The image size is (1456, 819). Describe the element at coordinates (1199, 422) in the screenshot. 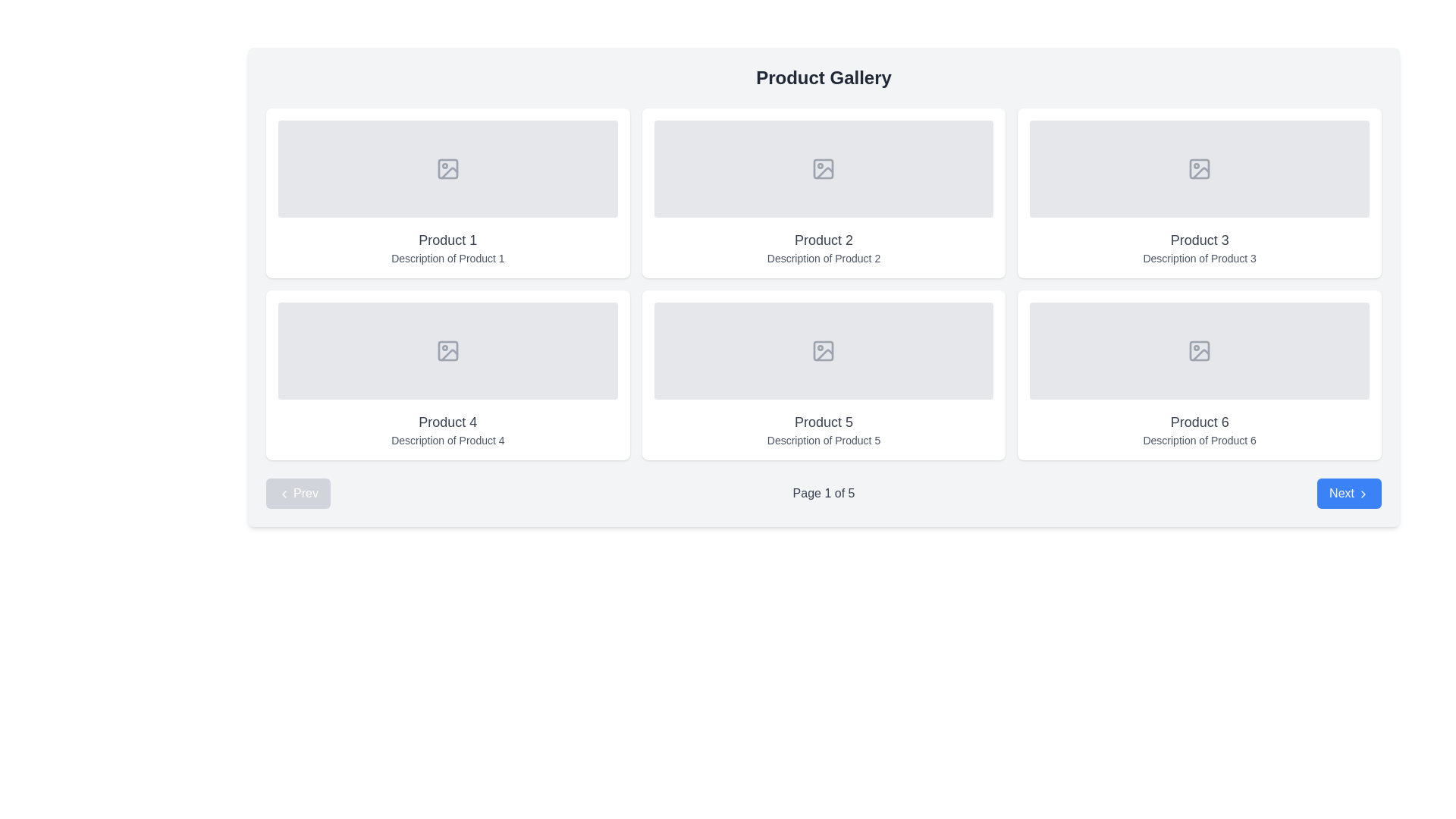

I see `the product title text label located in the second row, third column of the grid, directly above the description 'Description of Product 6'` at that location.